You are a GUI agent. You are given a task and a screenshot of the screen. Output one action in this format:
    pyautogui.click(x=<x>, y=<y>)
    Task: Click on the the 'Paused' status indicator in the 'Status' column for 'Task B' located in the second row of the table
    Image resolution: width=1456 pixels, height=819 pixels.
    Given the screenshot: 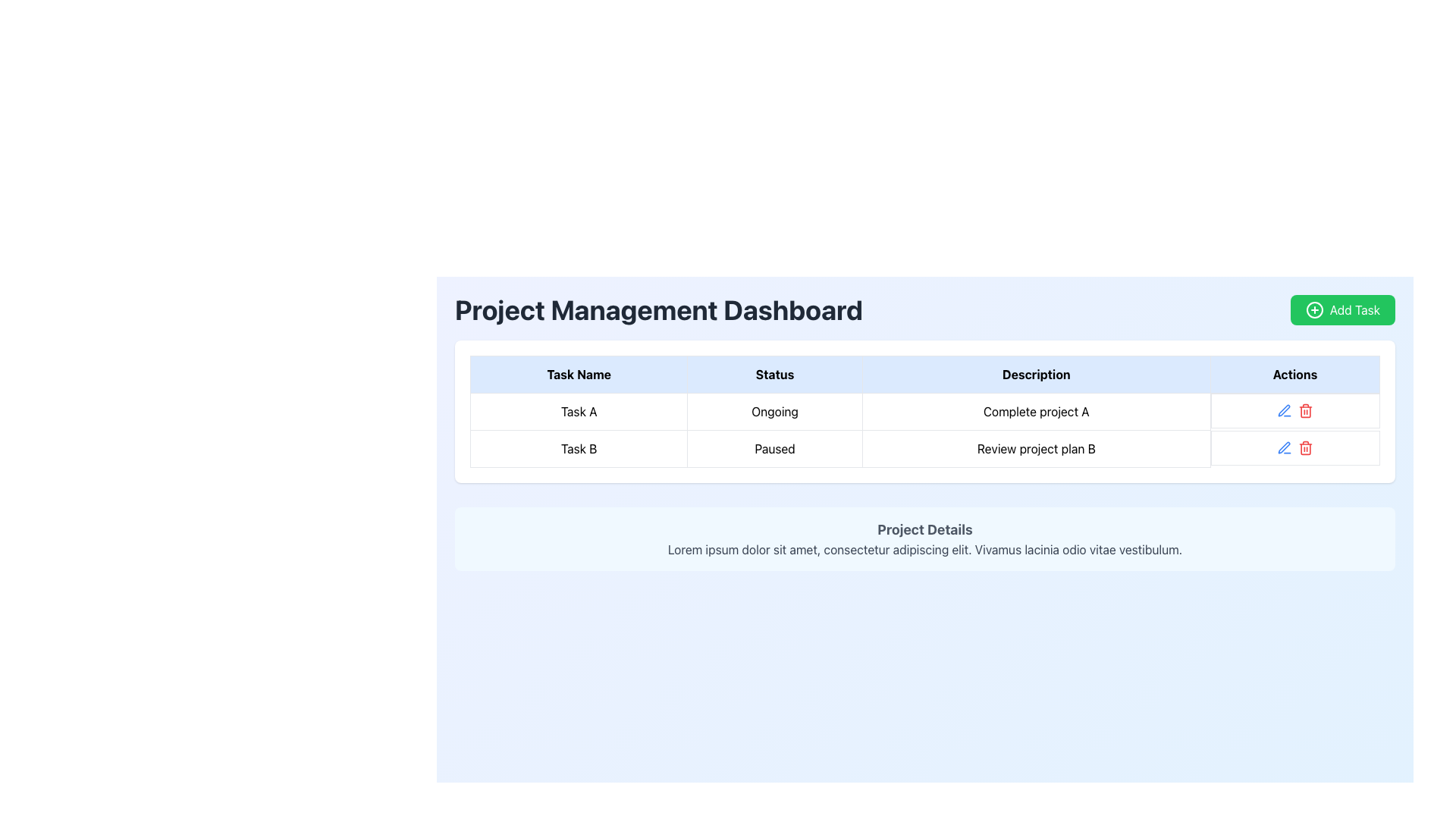 What is the action you would take?
    pyautogui.click(x=775, y=447)
    